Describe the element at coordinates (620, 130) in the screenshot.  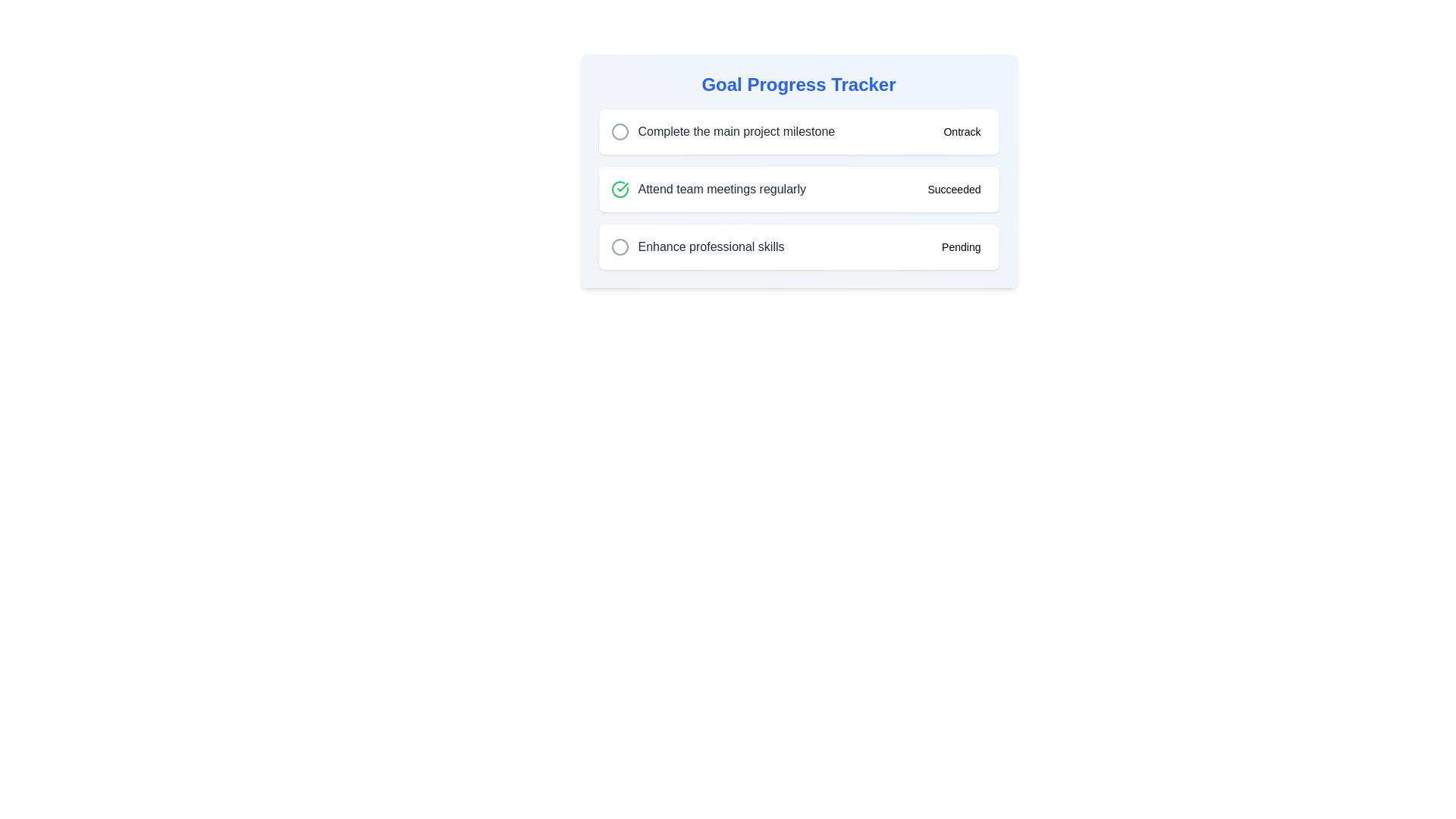
I see `the first status indicator represented by an SVG circle in the Goal Progress Tracker box` at that location.